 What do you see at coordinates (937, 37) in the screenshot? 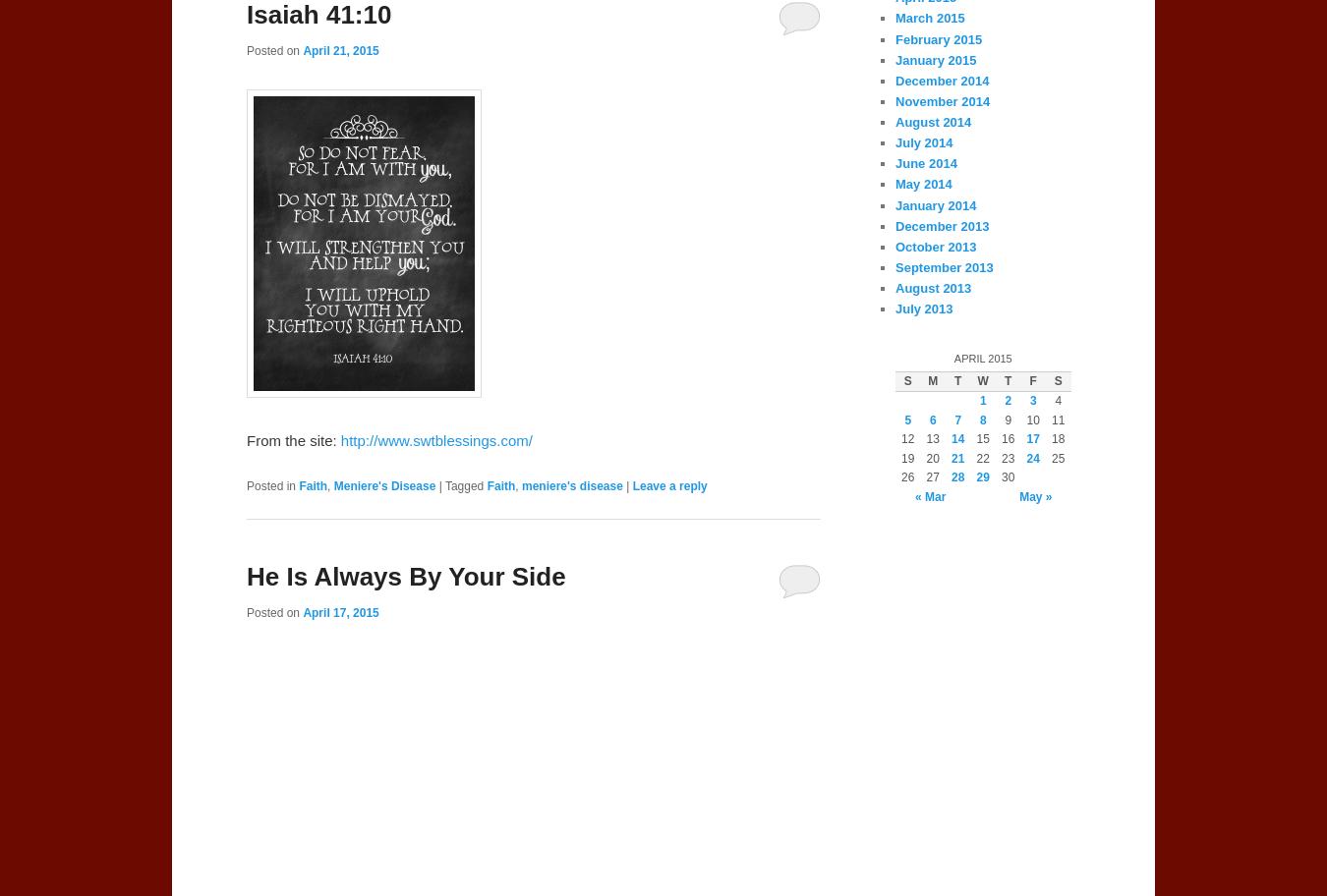
I see `'February 2015'` at bounding box center [937, 37].